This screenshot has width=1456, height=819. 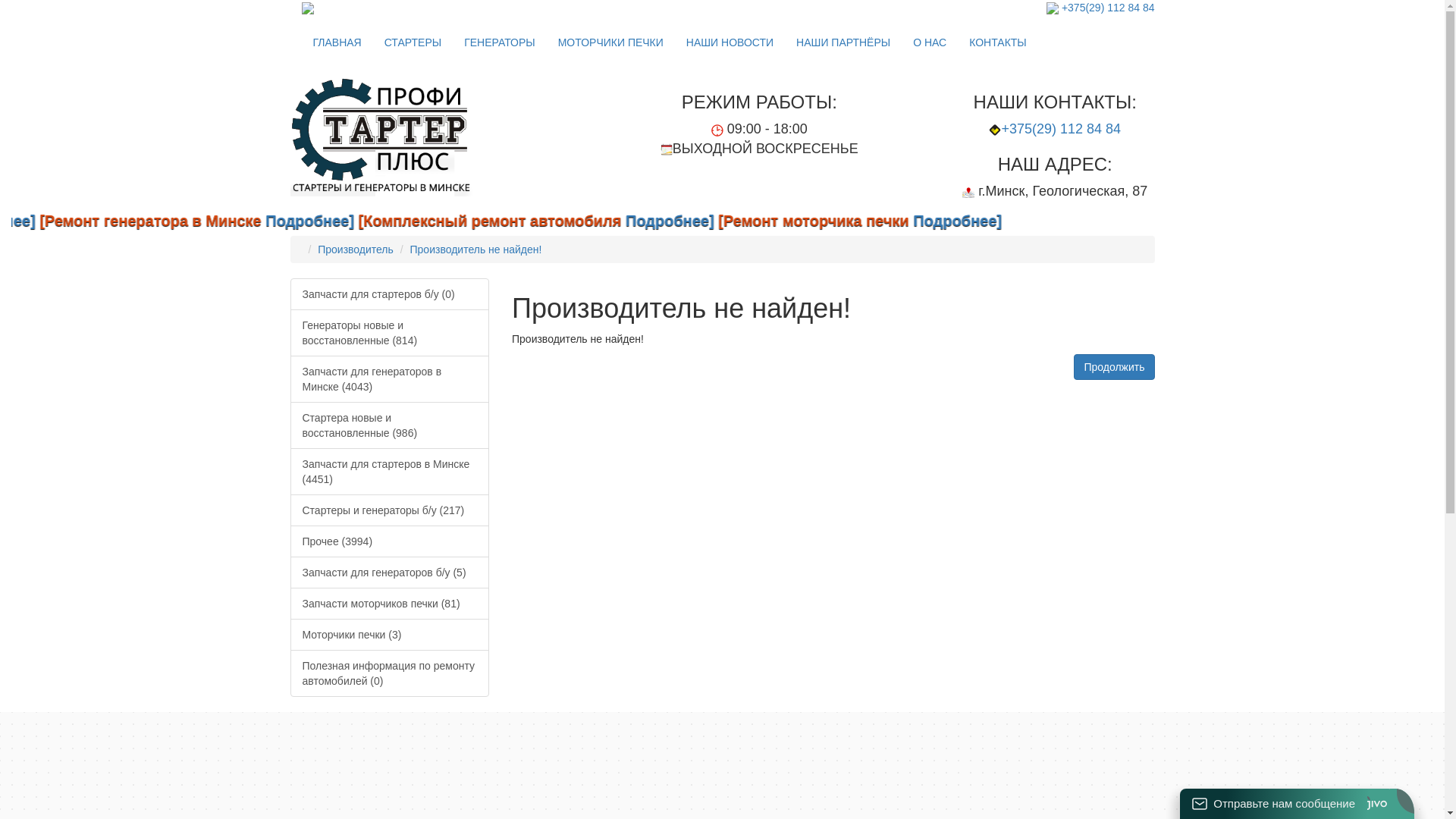 What do you see at coordinates (1059, 127) in the screenshot?
I see `'+375(29) 112 84 84'` at bounding box center [1059, 127].